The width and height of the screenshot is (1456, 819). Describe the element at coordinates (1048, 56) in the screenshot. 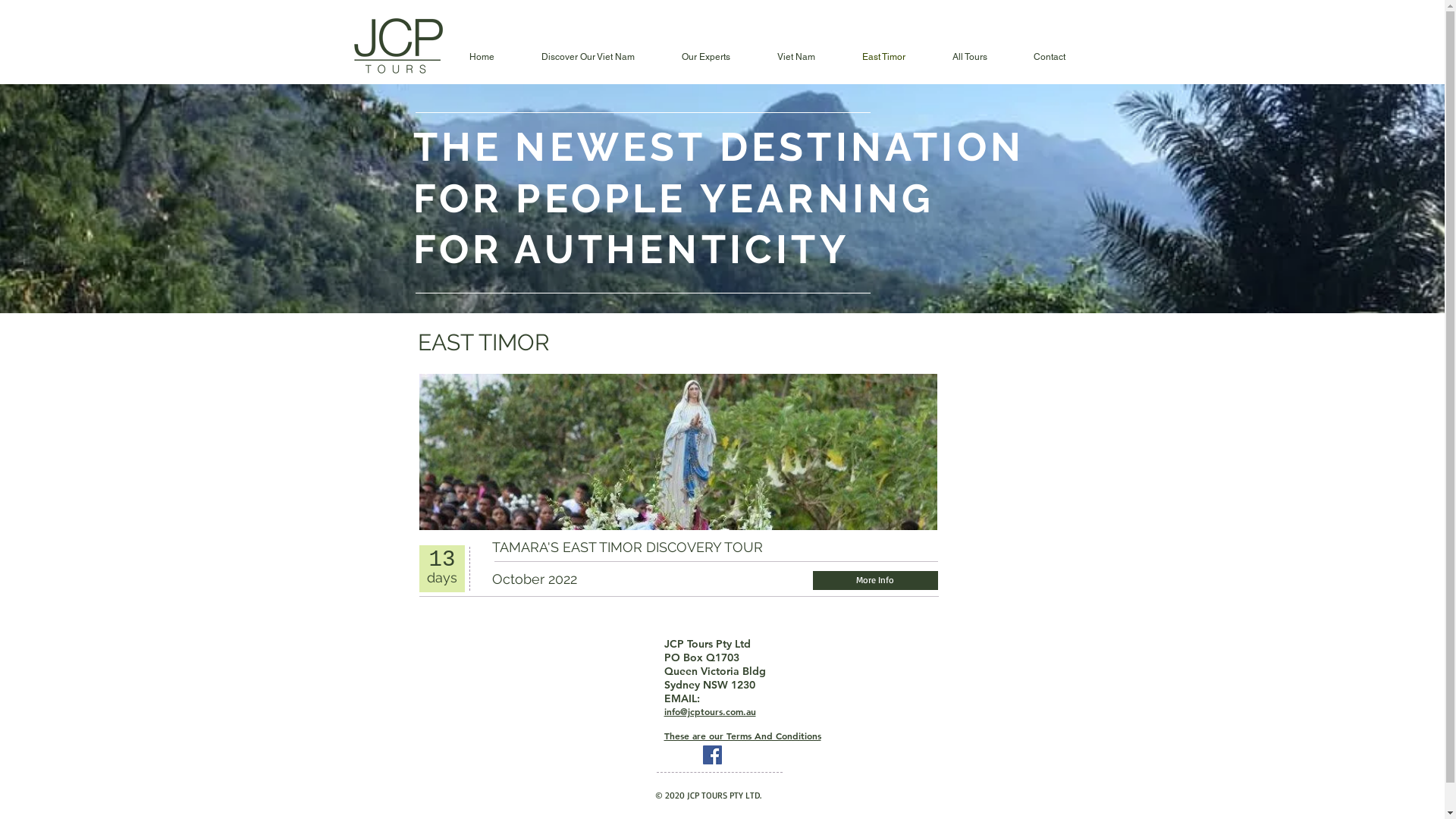

I see `'Contact'` at that location.